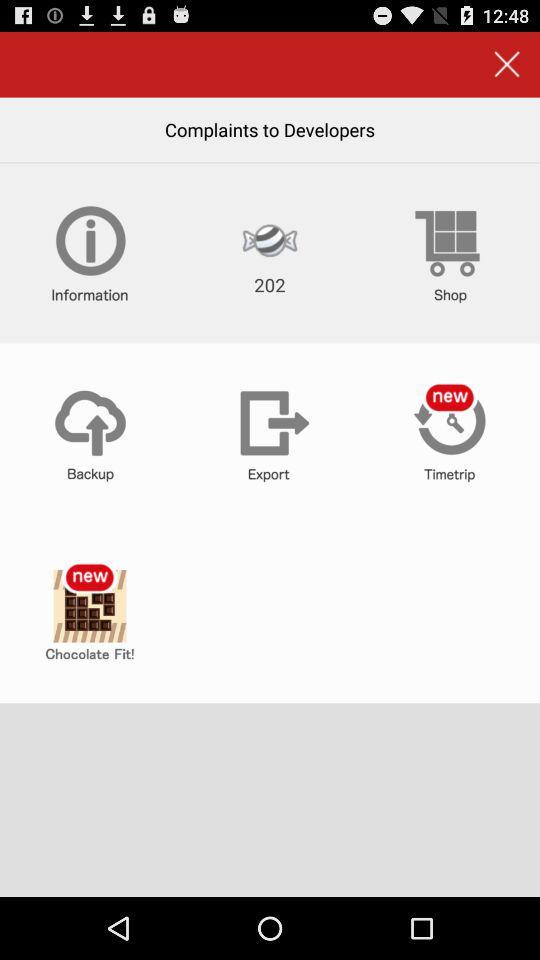 The height and width of the screenshot is (960, 540). I want to click on export data from app, so click(270, 433).